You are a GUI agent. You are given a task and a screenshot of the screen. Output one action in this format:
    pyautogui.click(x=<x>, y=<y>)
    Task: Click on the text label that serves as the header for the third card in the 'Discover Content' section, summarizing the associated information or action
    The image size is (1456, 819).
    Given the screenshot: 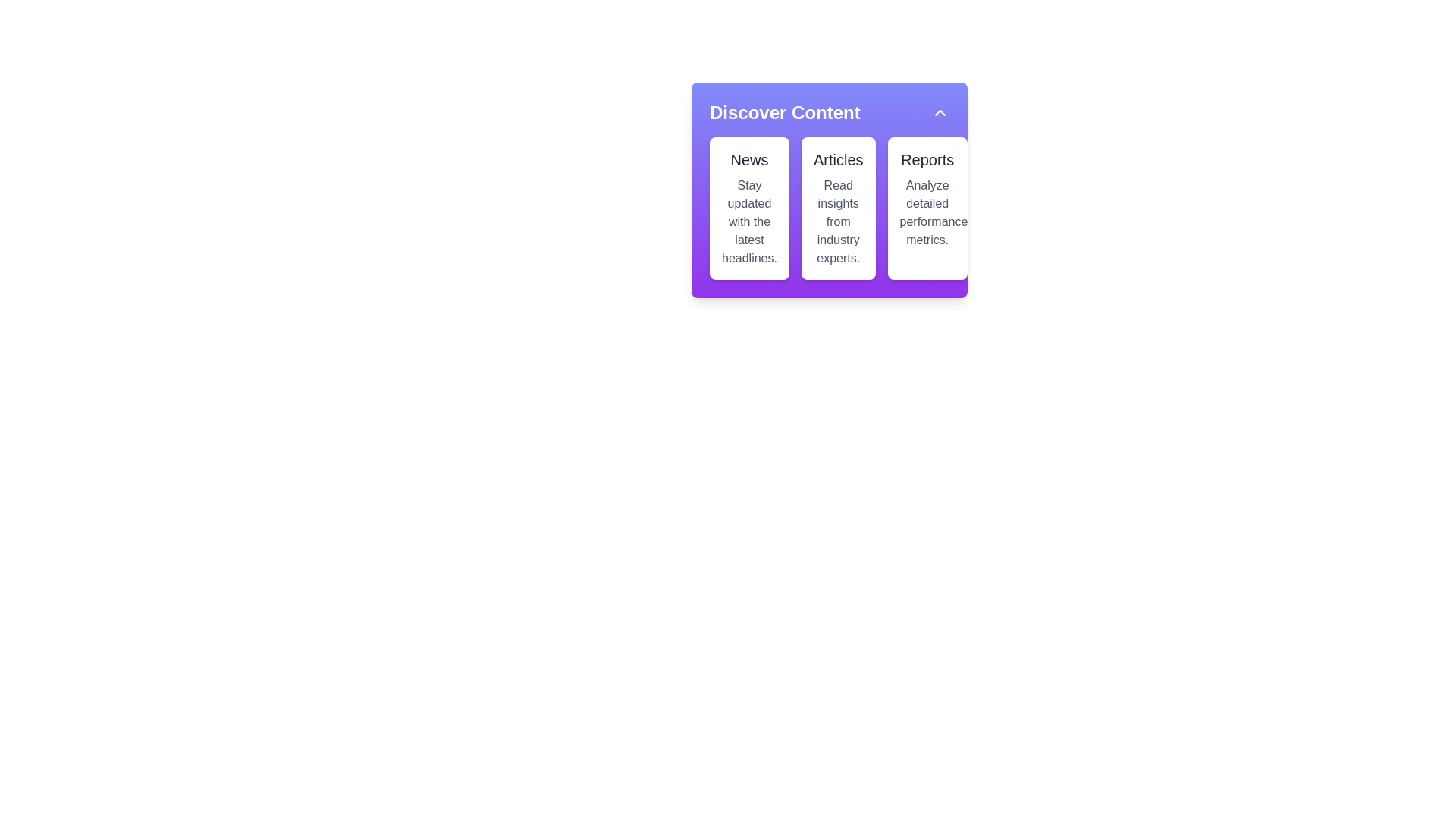 What is the action you would take?
    pyautogui.click(x=927, y=160)
    